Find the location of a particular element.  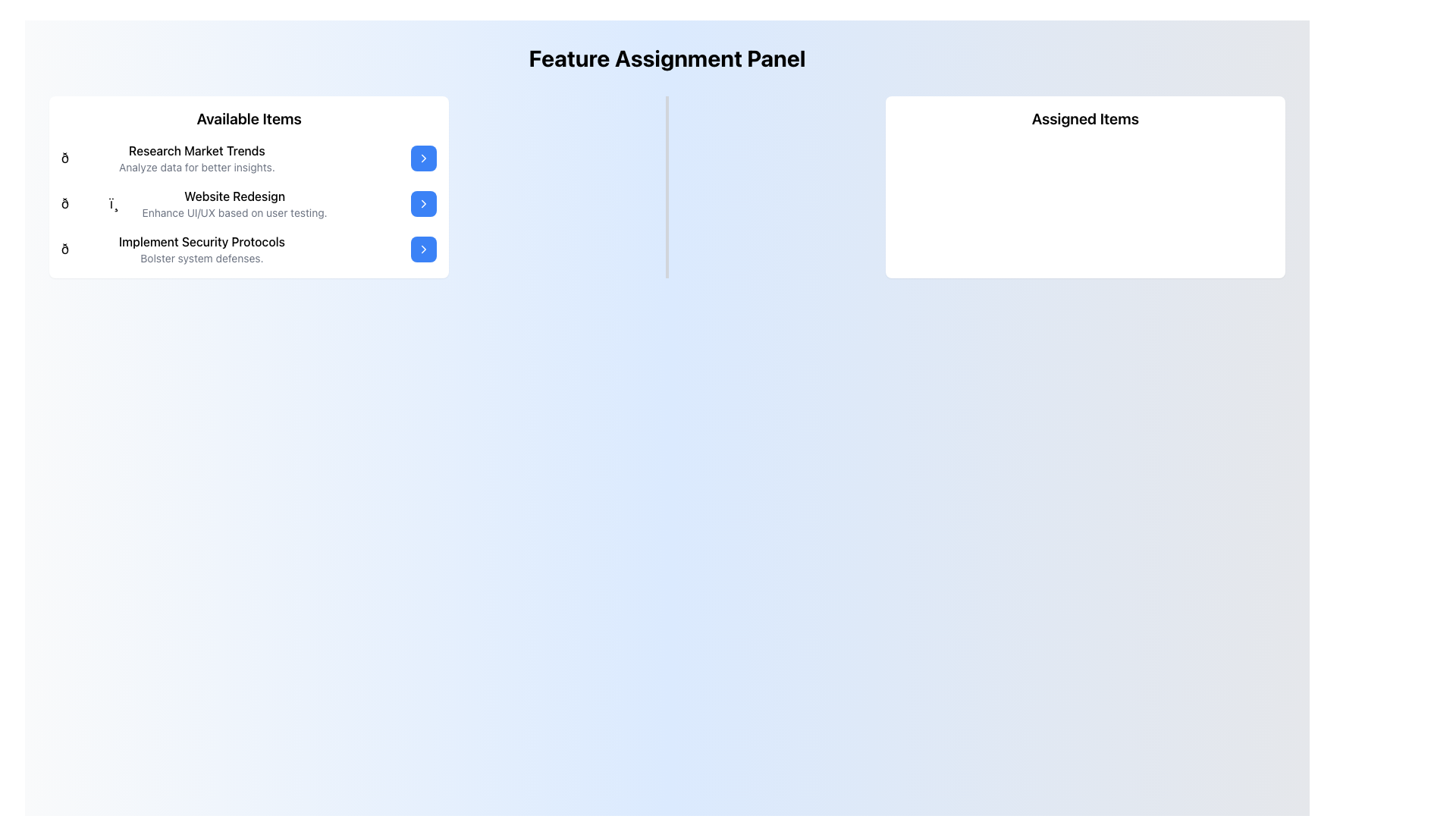

the blue rectangular button with rounded corners that features a white outlined rightward arrow icon, located to the far right of the 'Implement Security Protocols' item in the 'Available Items' section is located at coordinates (424, 248).